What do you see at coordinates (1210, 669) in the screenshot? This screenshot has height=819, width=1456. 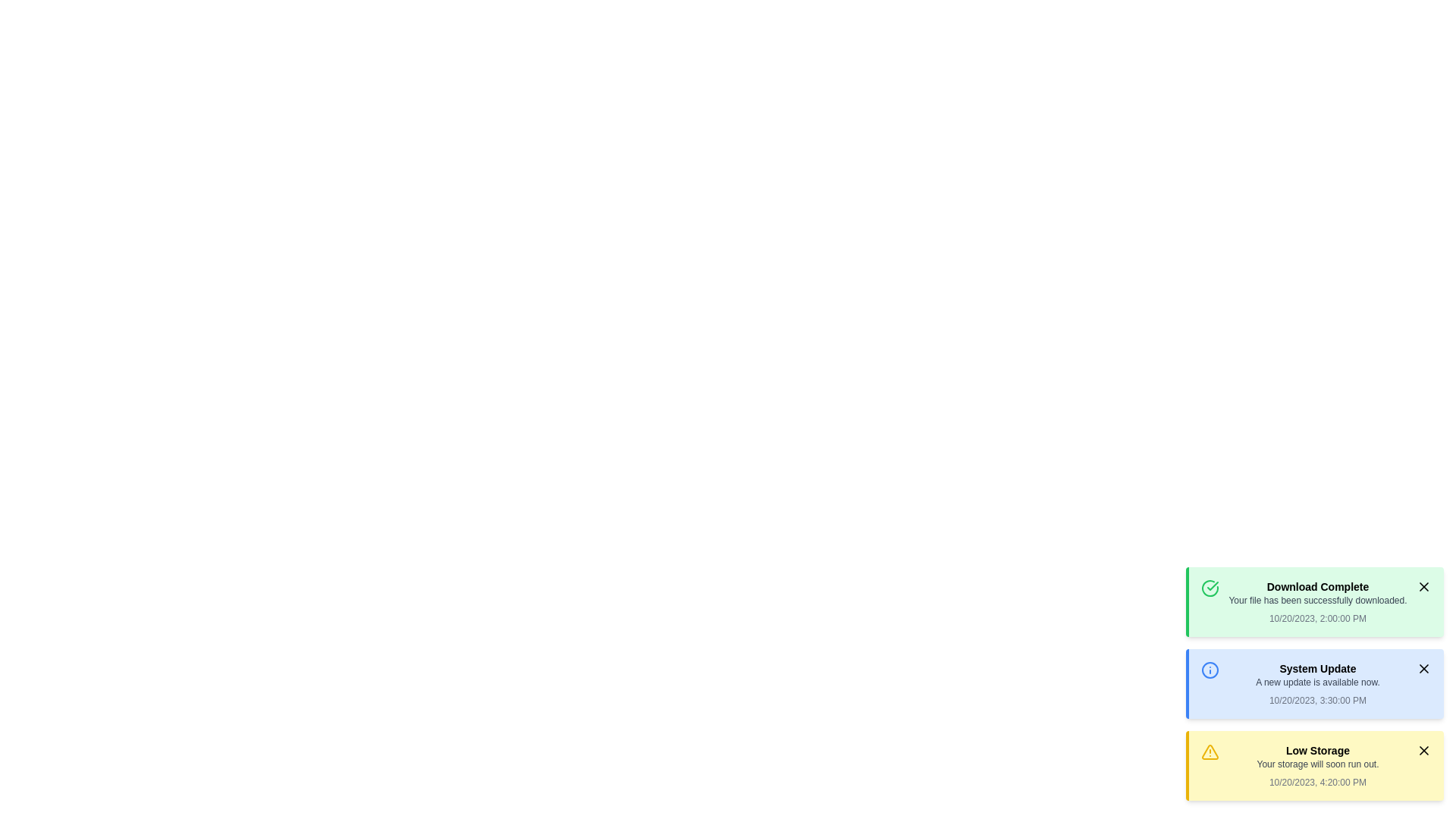 I see `the blue circular graphic within the 'System Update' notification card located in the upper-left corner of the card` at bounding box center [1210, 669].